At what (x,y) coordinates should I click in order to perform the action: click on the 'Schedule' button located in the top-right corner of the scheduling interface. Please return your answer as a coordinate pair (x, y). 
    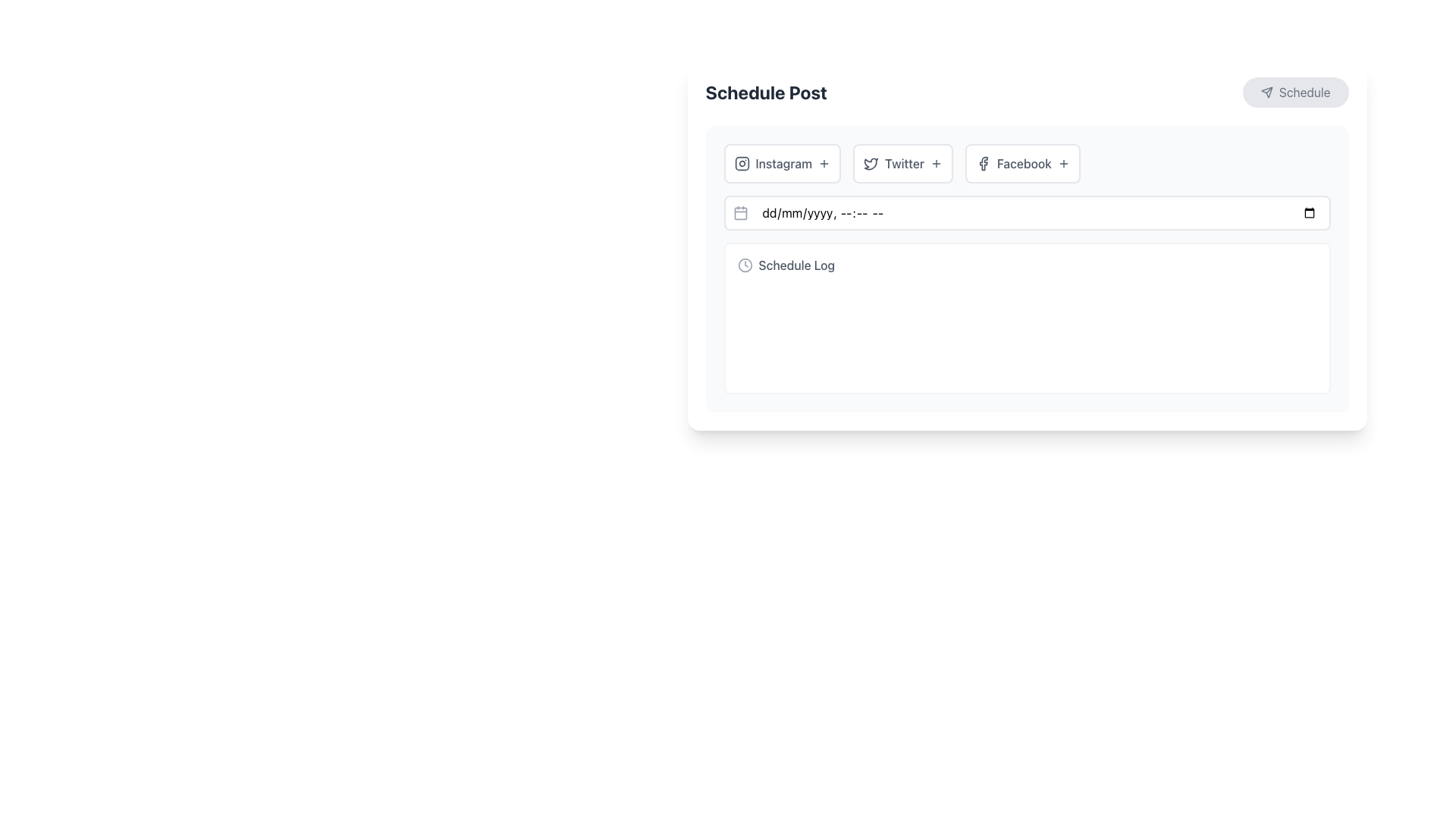
    Looking at the image, I should click on (1266, 91).